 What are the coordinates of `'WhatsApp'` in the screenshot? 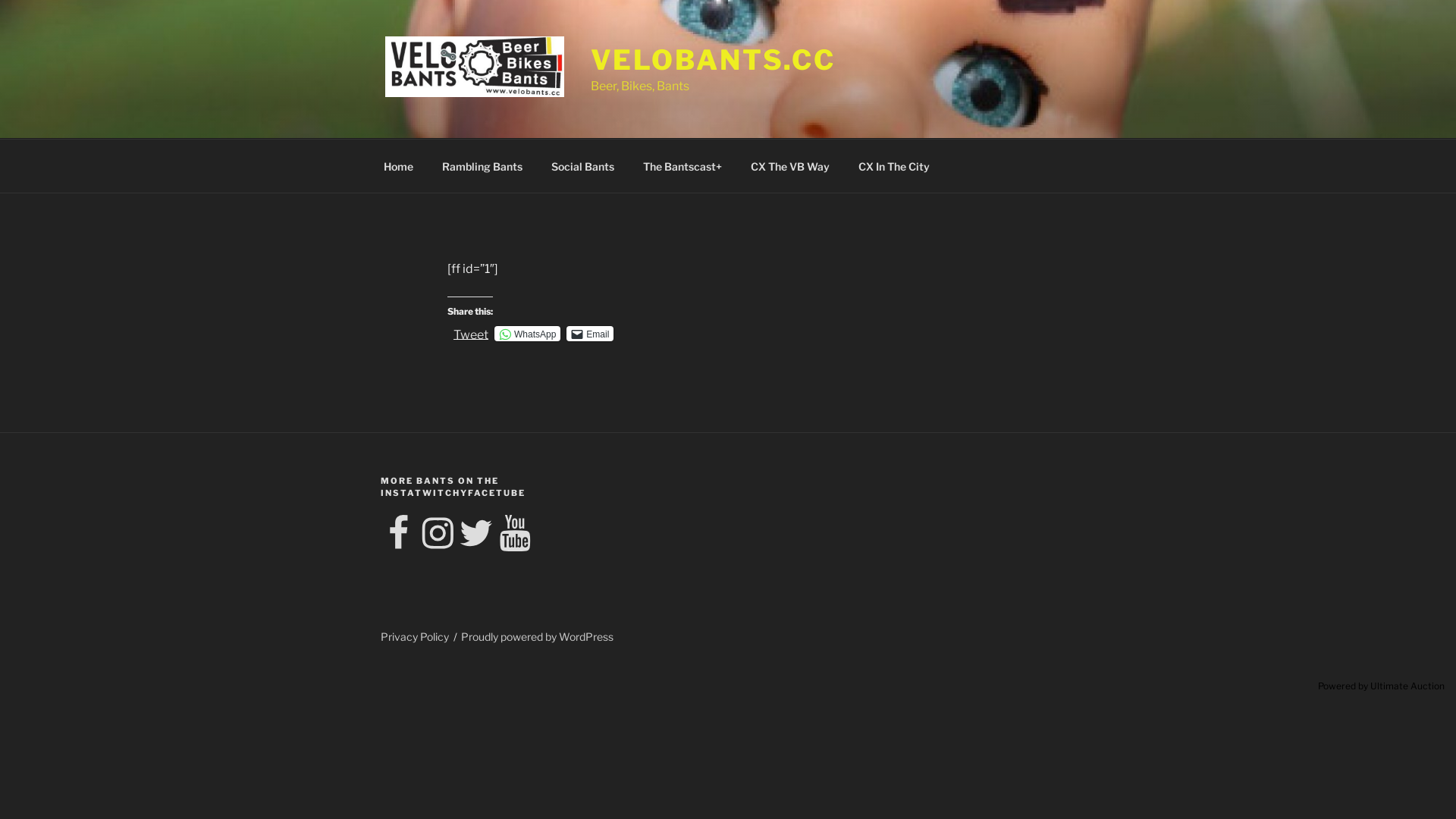 It's located at (527, 332).